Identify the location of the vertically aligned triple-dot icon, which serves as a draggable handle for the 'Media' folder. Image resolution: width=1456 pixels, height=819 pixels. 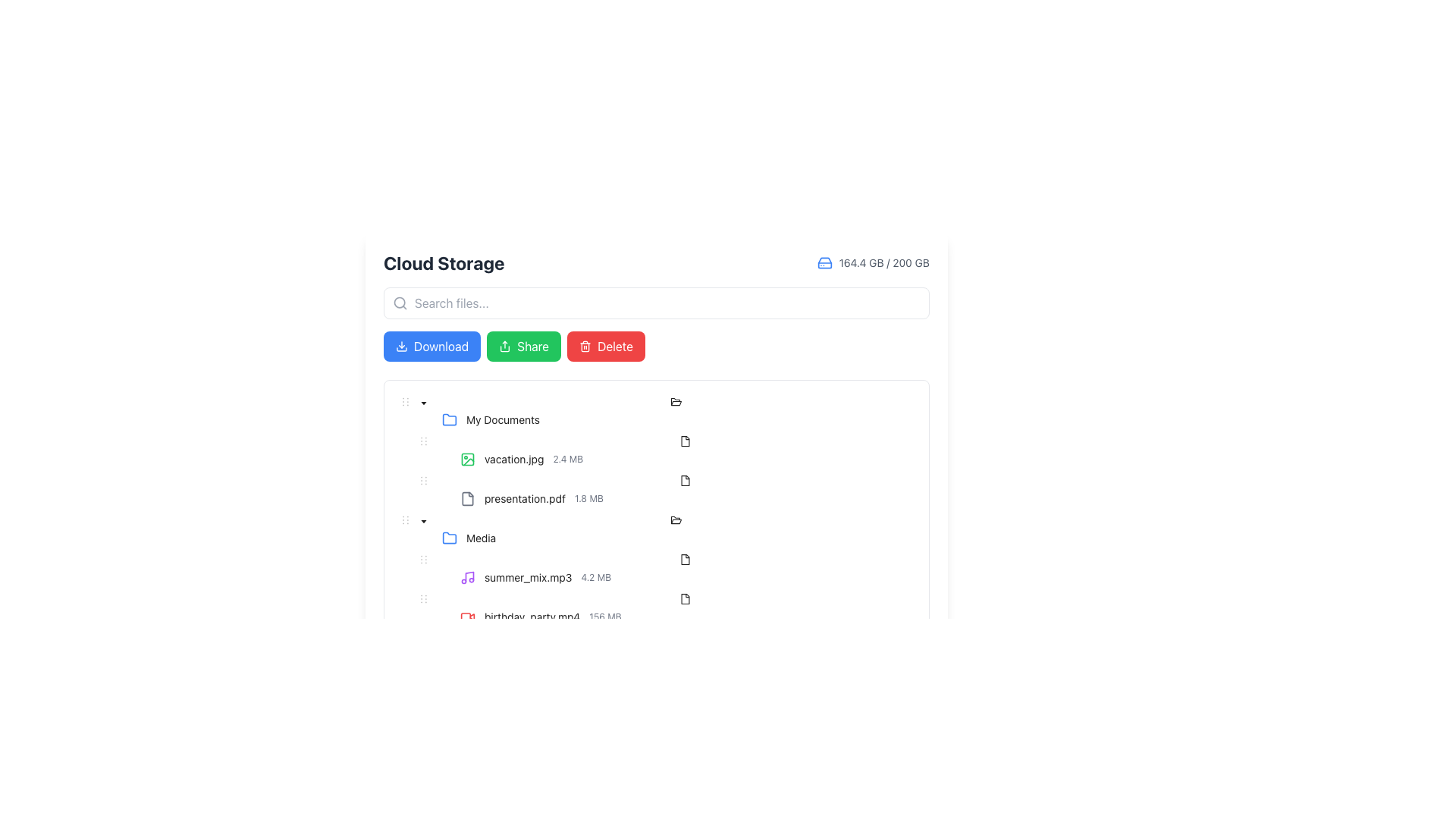
(423, 598).